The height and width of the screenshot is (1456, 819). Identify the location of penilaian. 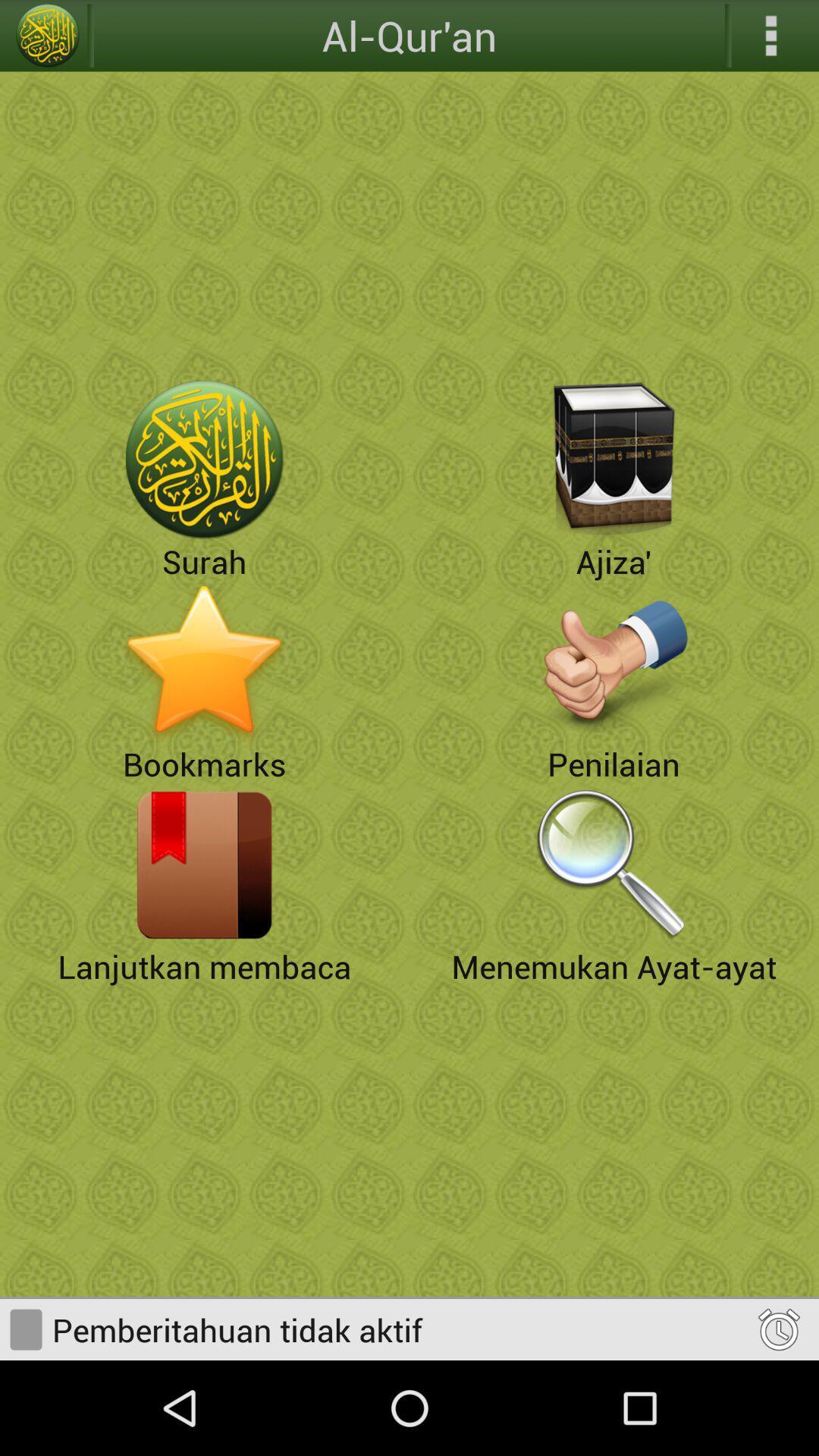
(614, 662).